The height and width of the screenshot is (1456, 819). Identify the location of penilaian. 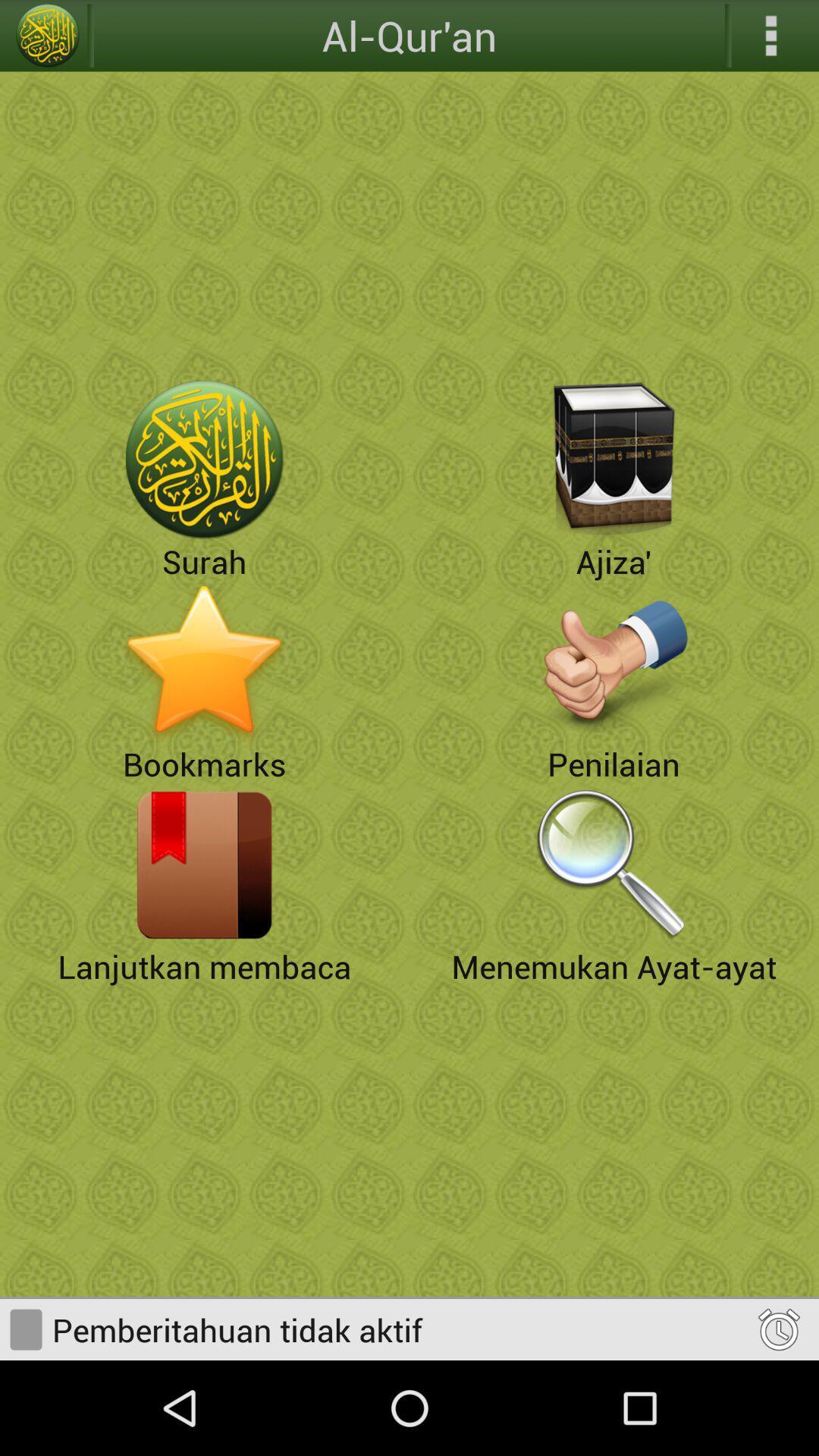
(614, 662).